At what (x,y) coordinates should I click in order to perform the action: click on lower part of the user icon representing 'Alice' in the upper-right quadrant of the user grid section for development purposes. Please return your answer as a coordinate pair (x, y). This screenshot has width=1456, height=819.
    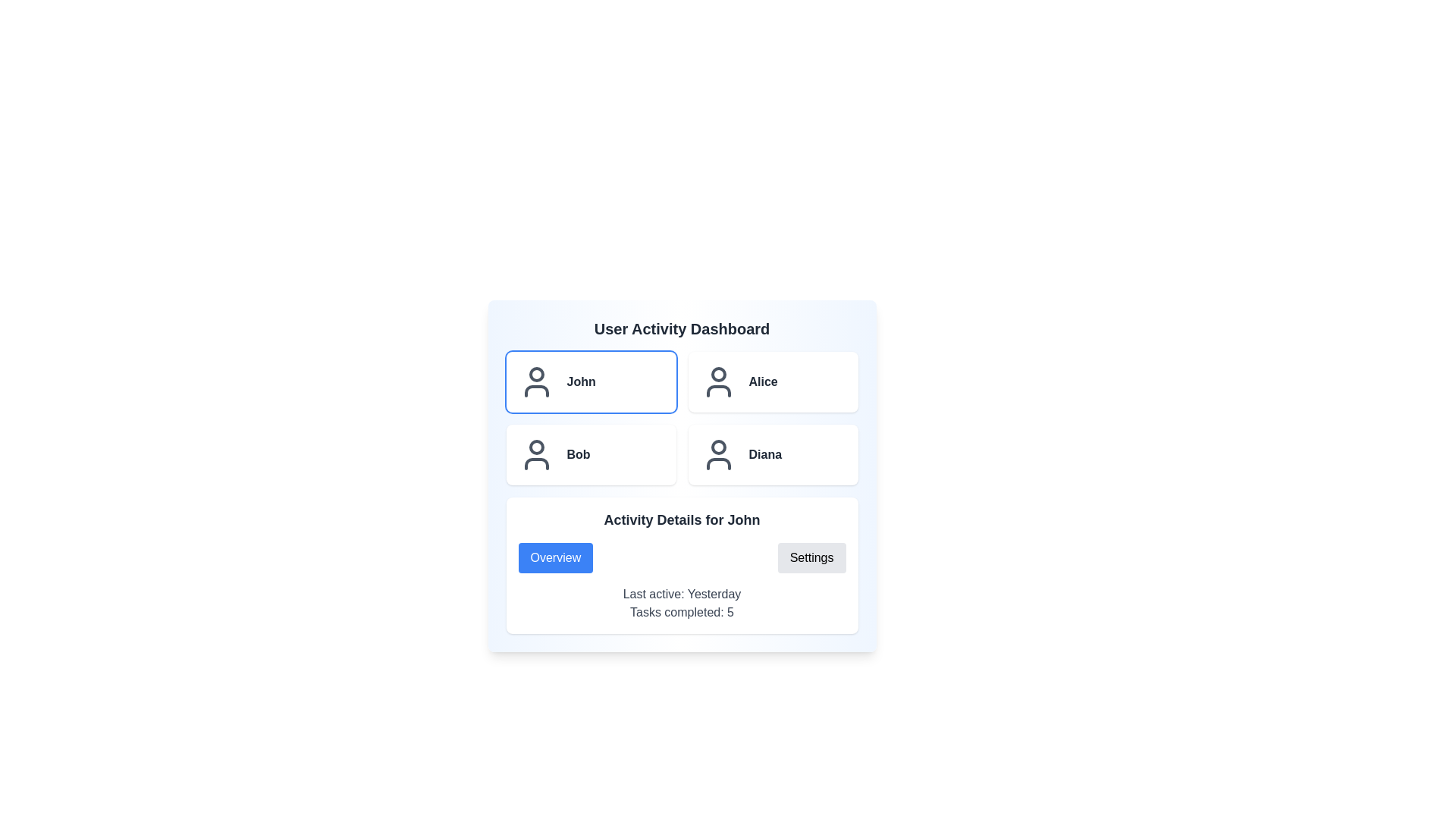
    Looking at the image, I should click on (717, 391).